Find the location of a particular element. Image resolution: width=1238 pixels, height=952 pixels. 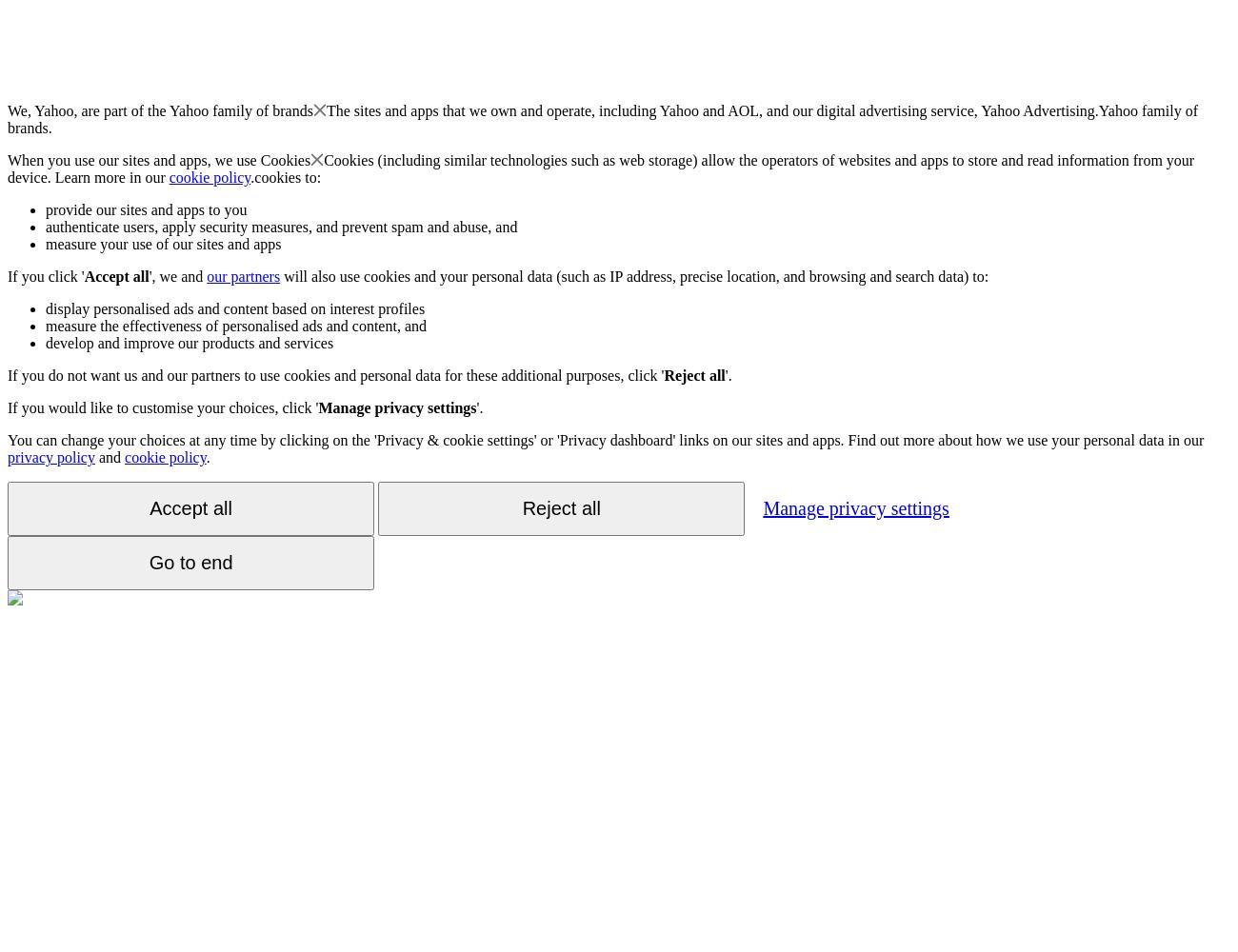

'Yahoo family of brands' is located at coordinates (239, 109).